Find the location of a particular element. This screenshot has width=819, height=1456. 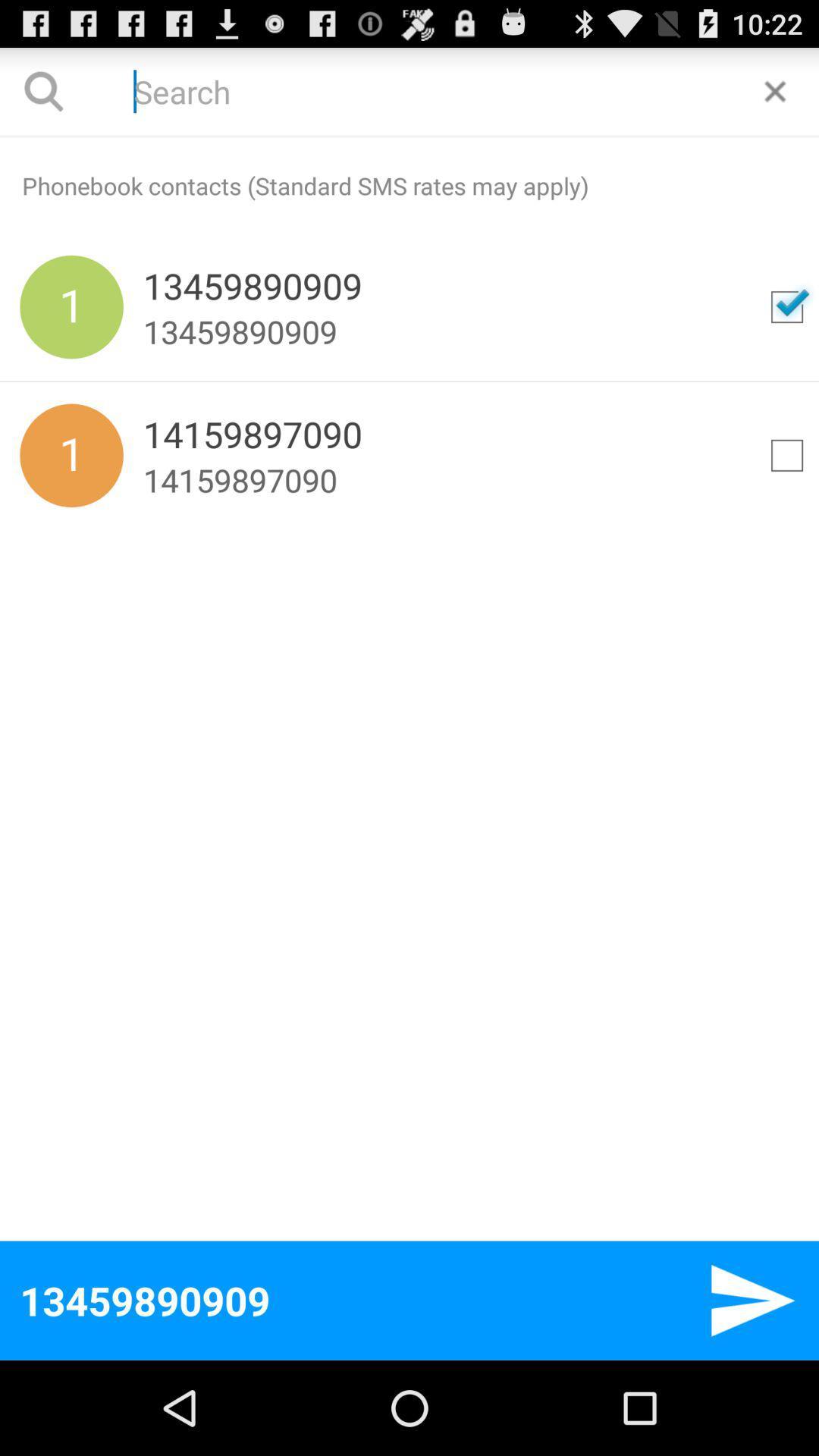

cancel search query is located at coordinates (775, 90).